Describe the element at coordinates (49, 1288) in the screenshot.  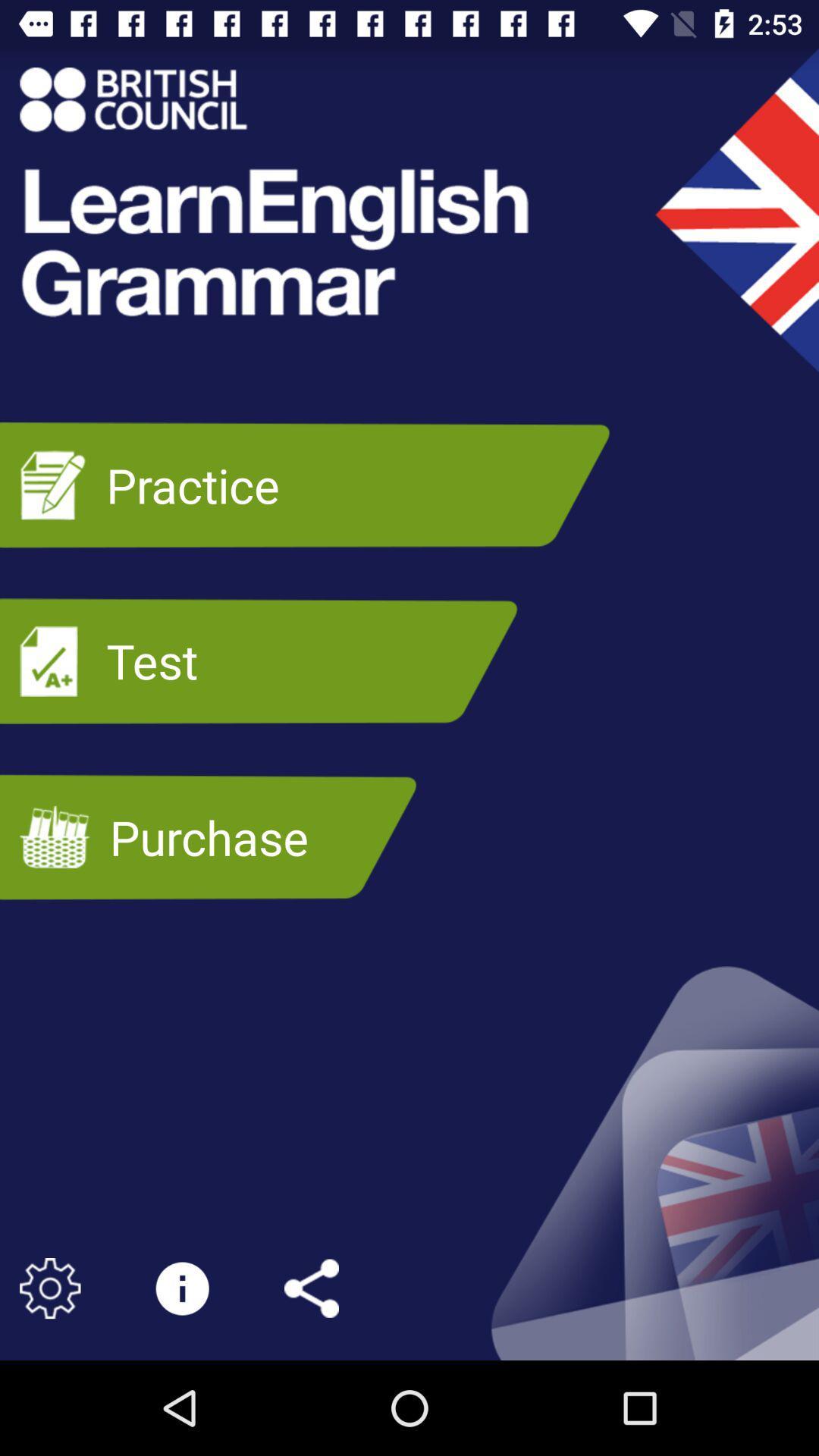
I see `the settings icon` at that location.